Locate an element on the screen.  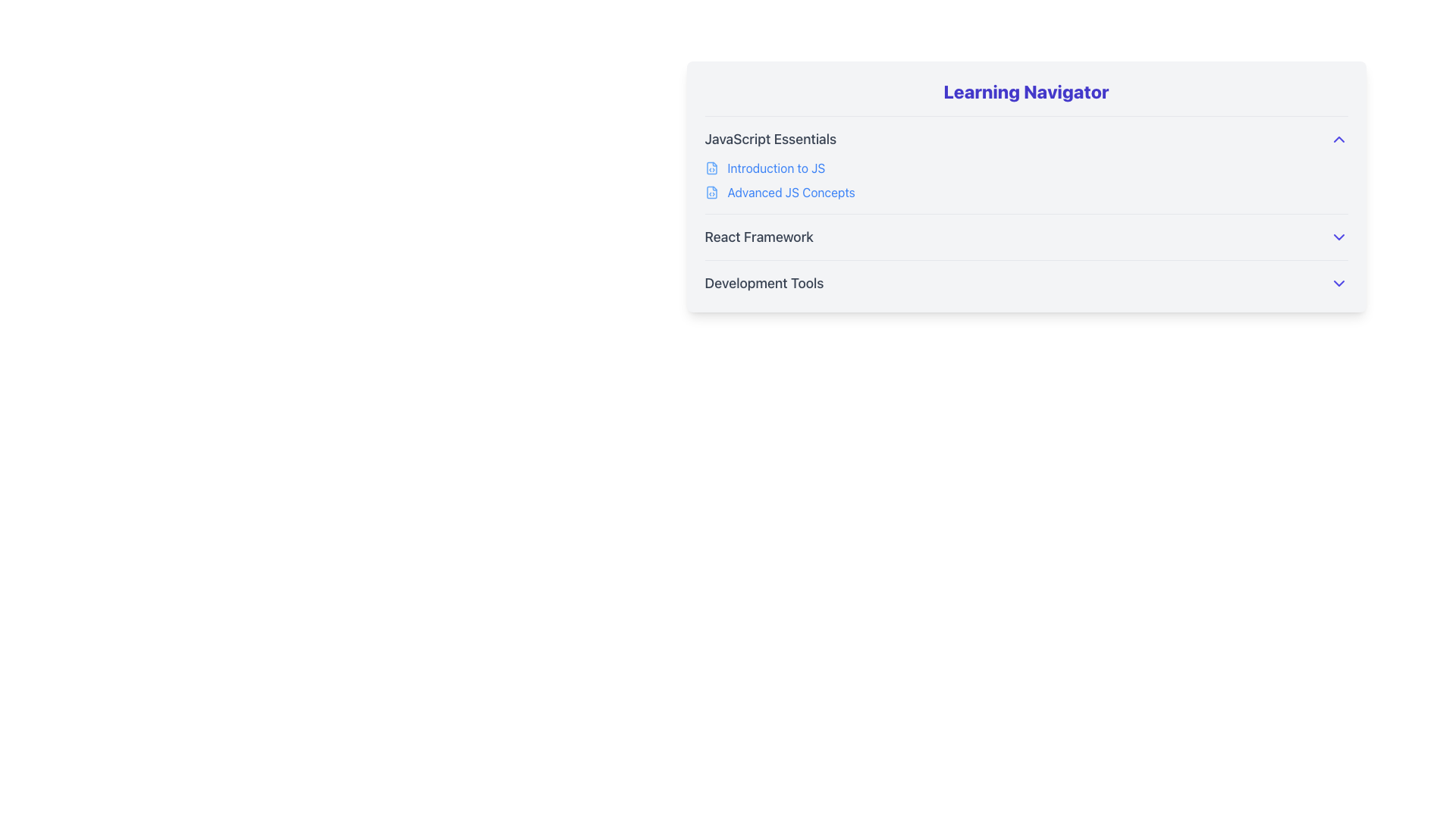
the text label styled in blue that displays 'Advanced JS Concepts' in the navigation menu is located at coordinates (790, 192).